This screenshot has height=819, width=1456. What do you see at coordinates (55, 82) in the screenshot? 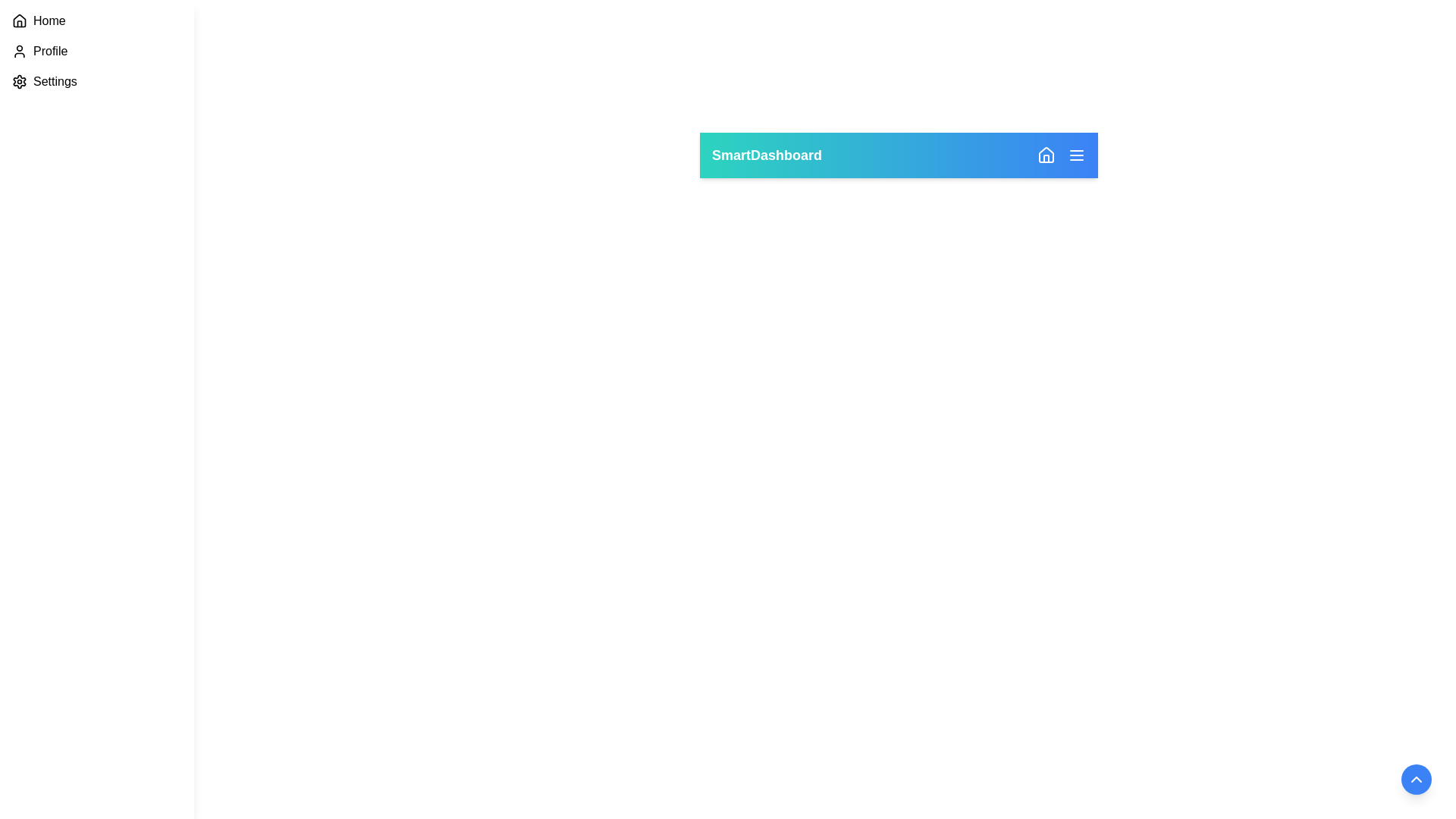
I see `the 'Settings' text label in the sidebar menu` at bounding box center [55, 82].